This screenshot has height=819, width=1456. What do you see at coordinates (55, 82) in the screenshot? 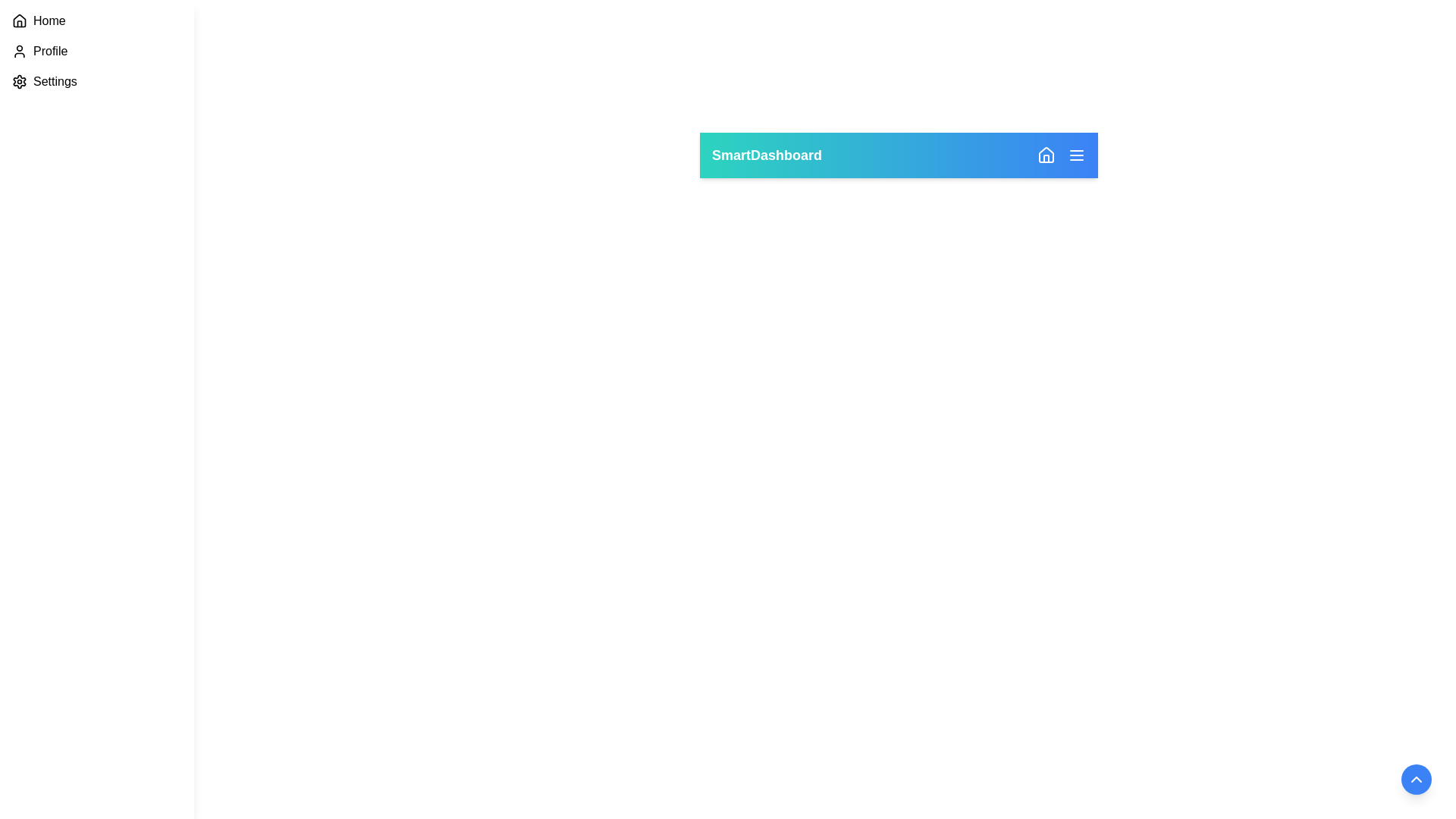
I see `the 'Settings' text label in the sidebar menu` at bounding box center [55, 82].